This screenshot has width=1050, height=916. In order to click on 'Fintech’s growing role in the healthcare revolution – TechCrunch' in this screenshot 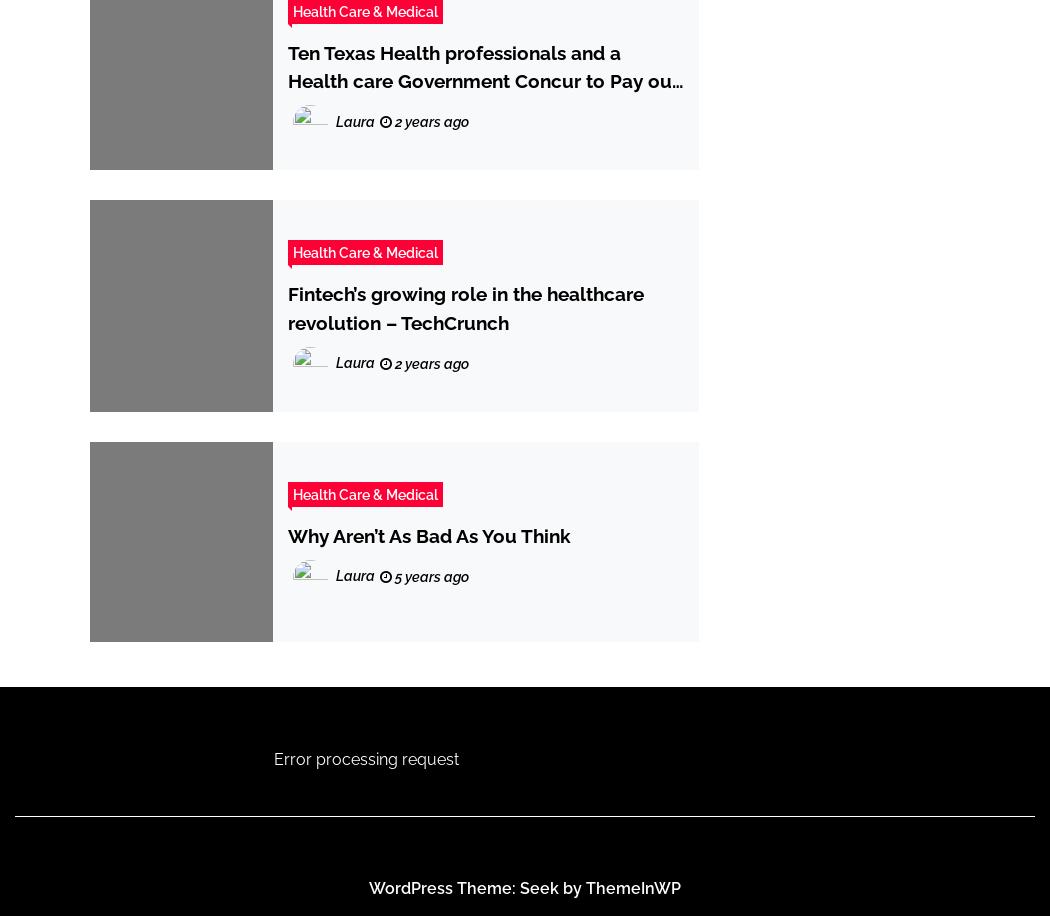, I will do `click(465, 306)`.